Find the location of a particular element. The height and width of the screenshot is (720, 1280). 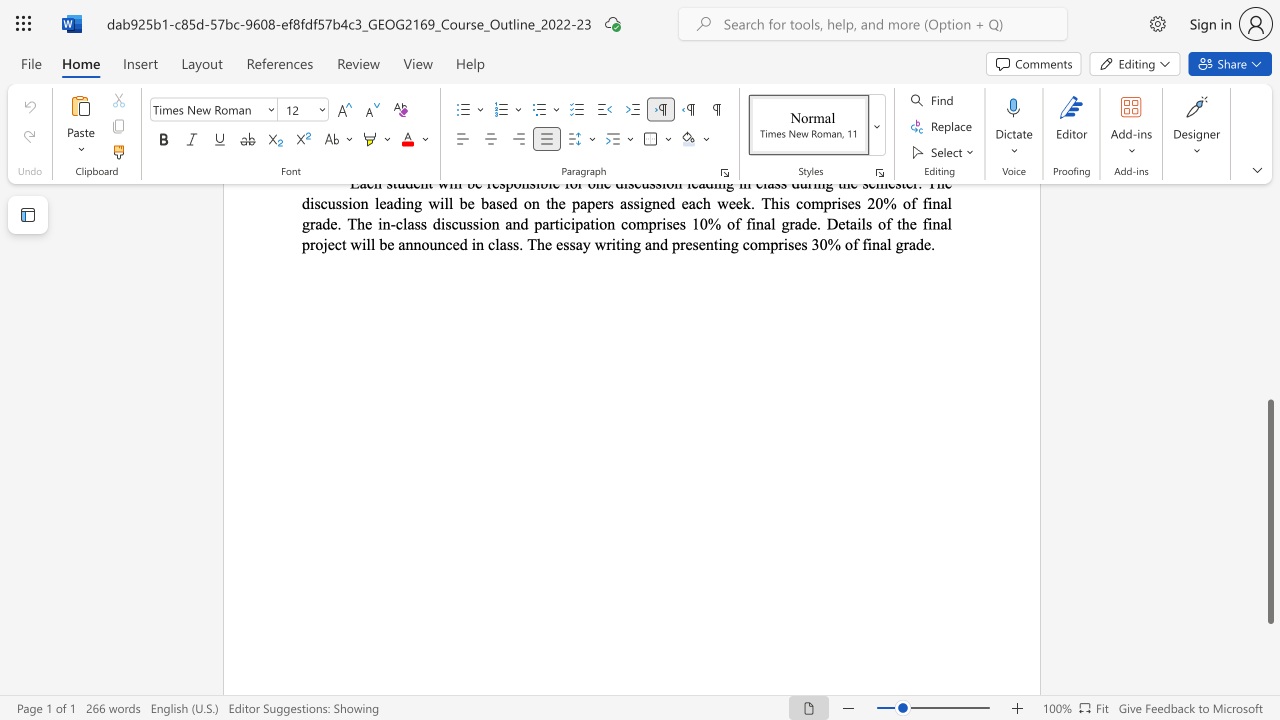

the scrollbar and move down 100 pixels is located at coordinates (1269, 510).